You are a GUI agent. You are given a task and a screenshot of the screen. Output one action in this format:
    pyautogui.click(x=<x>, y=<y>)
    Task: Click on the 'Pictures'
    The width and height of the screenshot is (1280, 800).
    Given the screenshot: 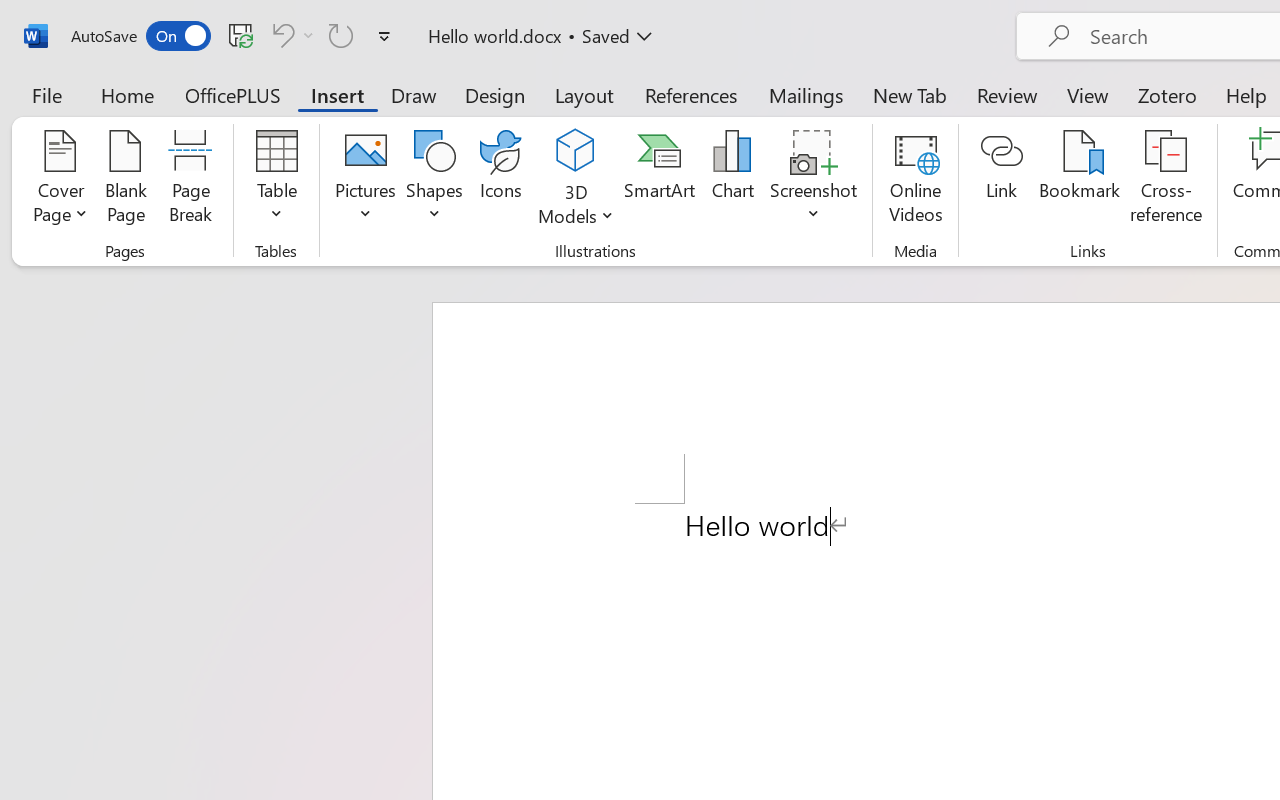 What is the action you would take?
    pyautogui.click(x=365, y=179)
    